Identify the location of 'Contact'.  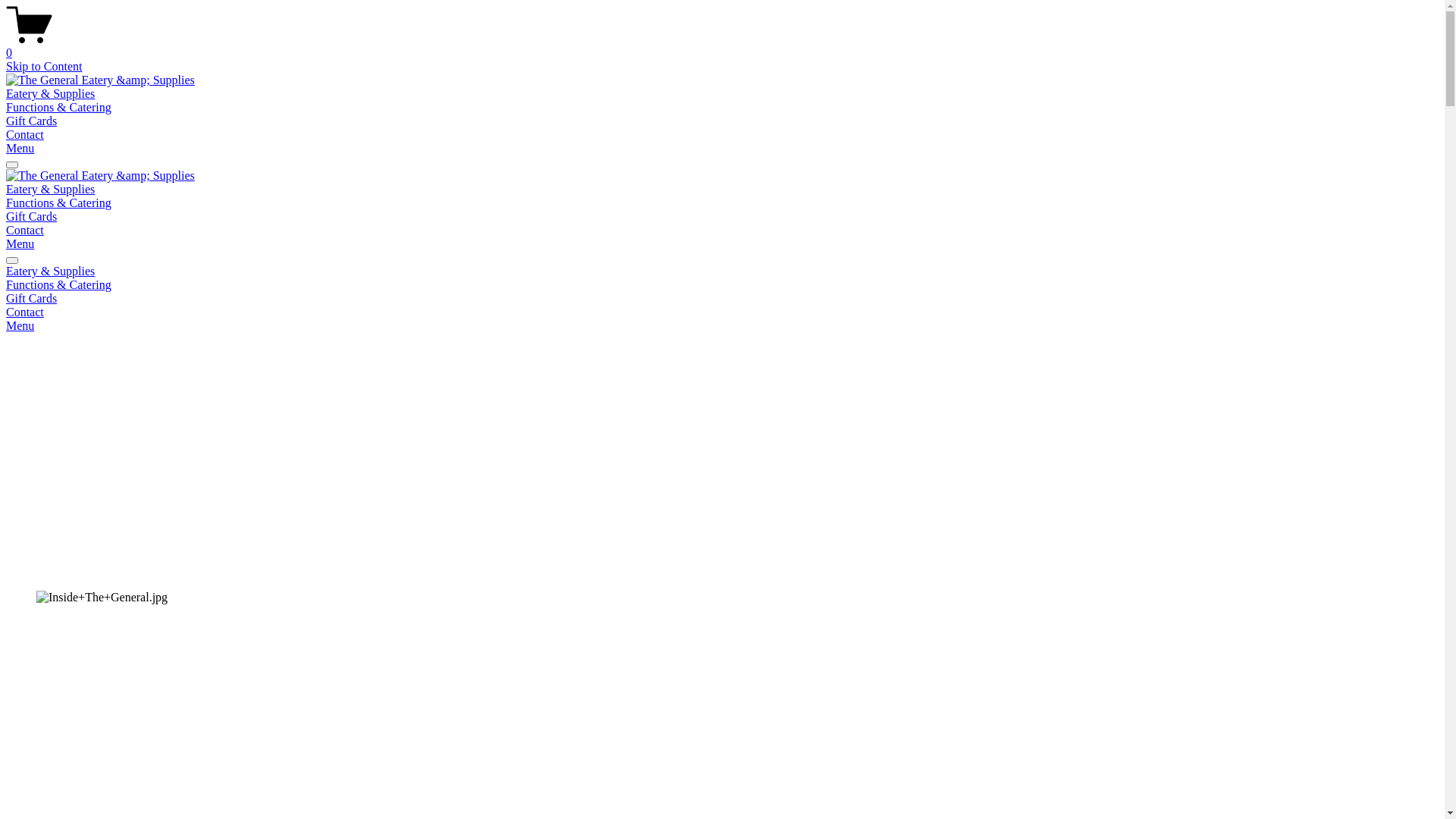
(25, 133).